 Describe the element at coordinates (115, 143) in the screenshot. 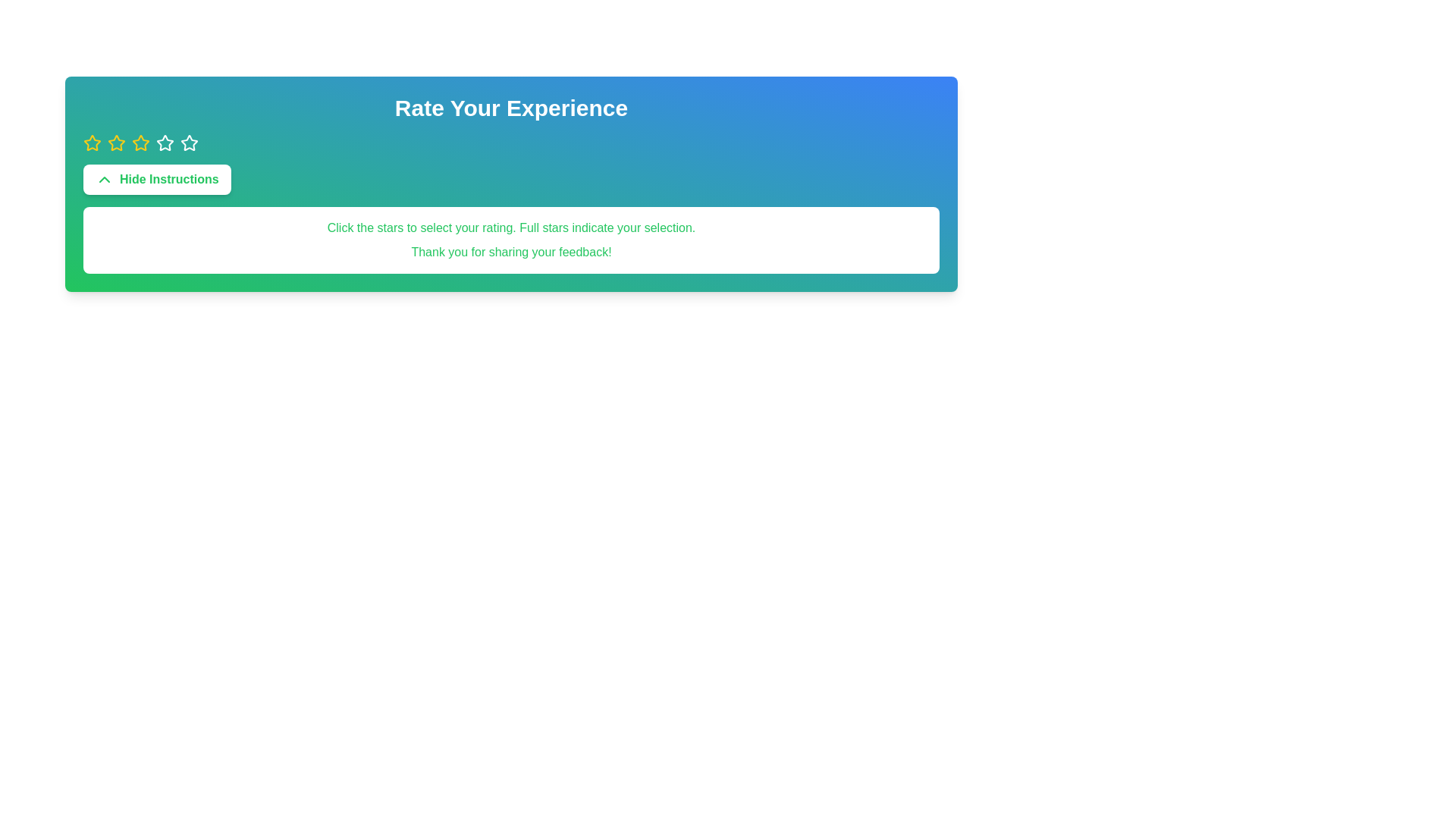

I see `the second rating star icon` at that location.